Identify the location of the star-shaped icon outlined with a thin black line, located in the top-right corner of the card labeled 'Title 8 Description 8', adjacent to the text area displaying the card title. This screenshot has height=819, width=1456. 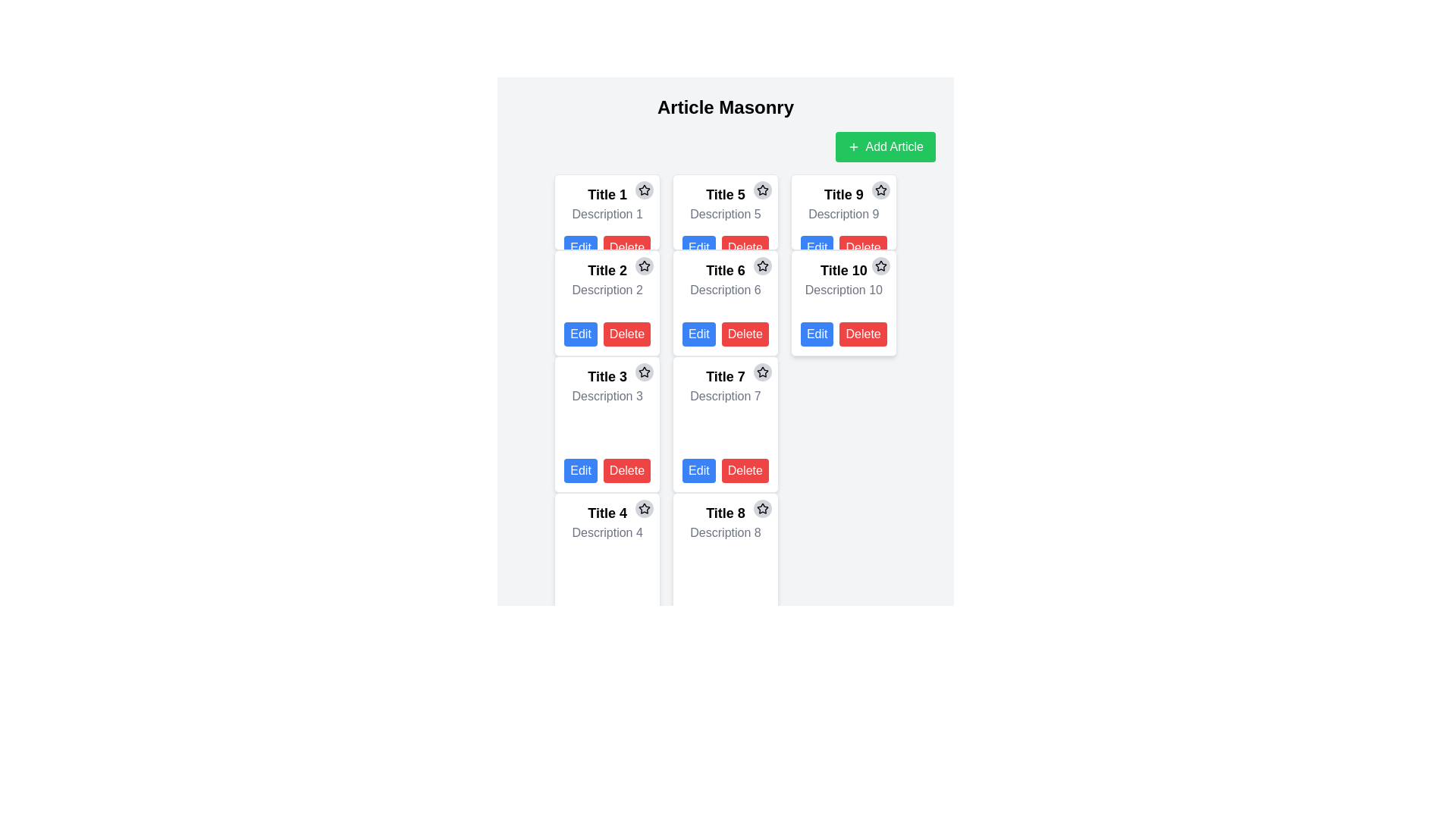
(762, 508).